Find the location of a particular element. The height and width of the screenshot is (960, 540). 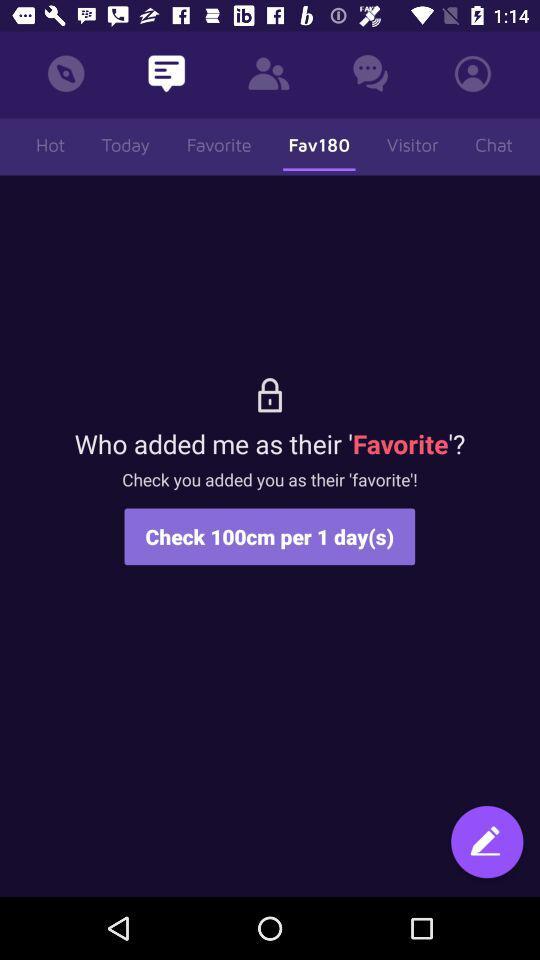

the icon below check you added is located at coordinates (269, 535).